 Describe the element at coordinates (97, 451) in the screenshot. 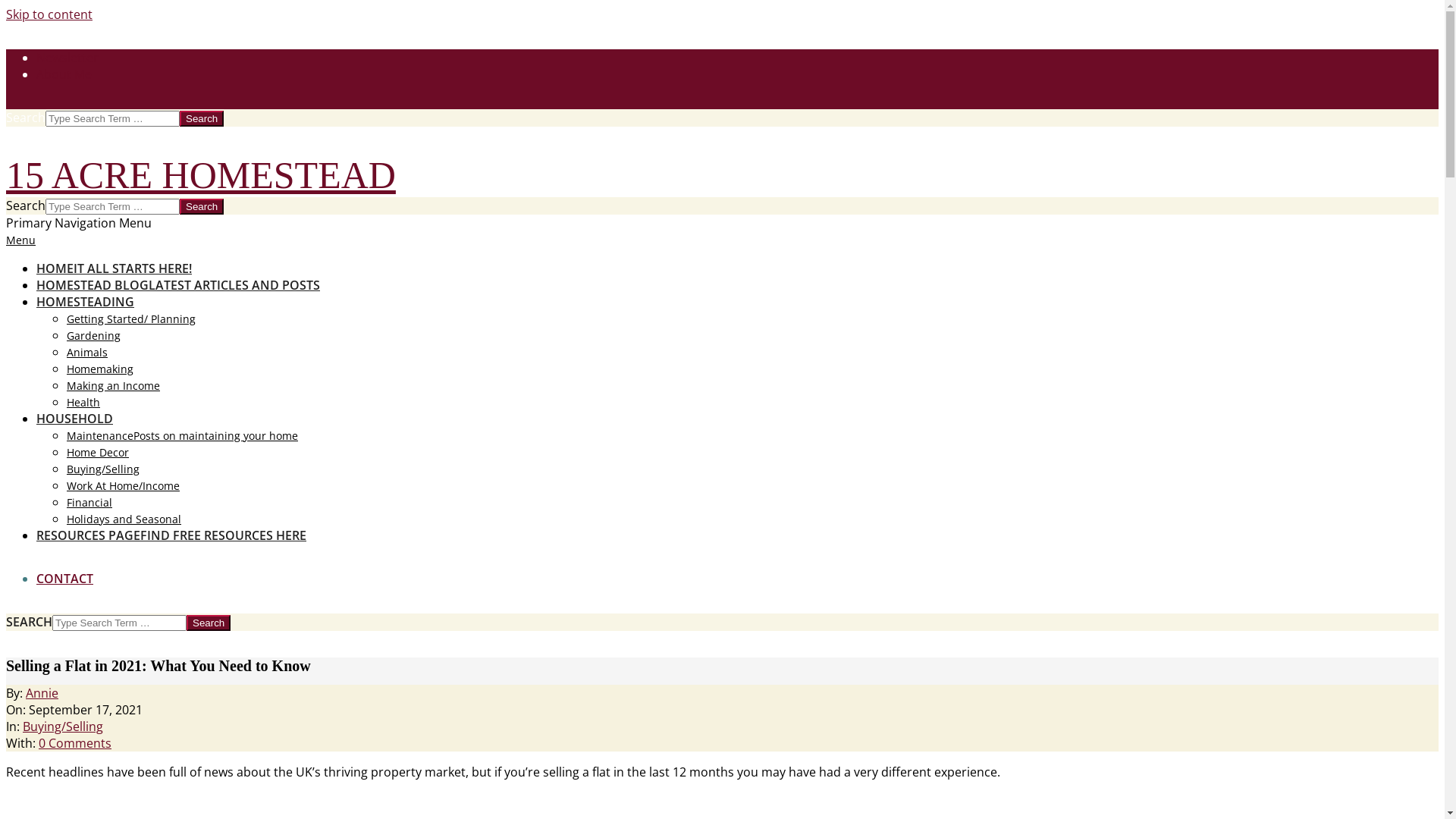

I see `'Home Decor'` at that location.